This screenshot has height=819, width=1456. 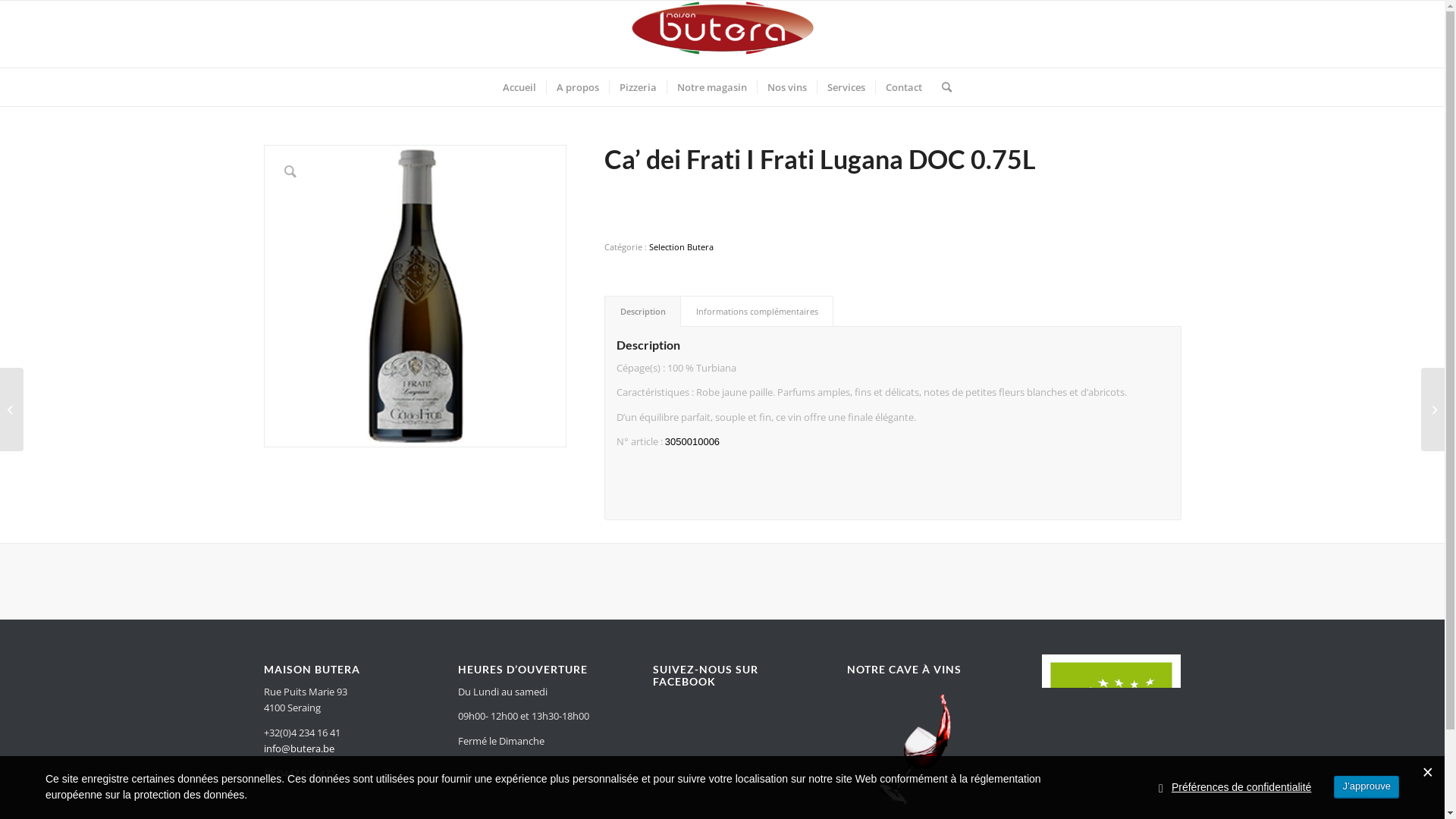 What do you see at coordinates (637, 87) in the screenshot?
I see `'Pizzeria'` at bounding box center [637, 87].